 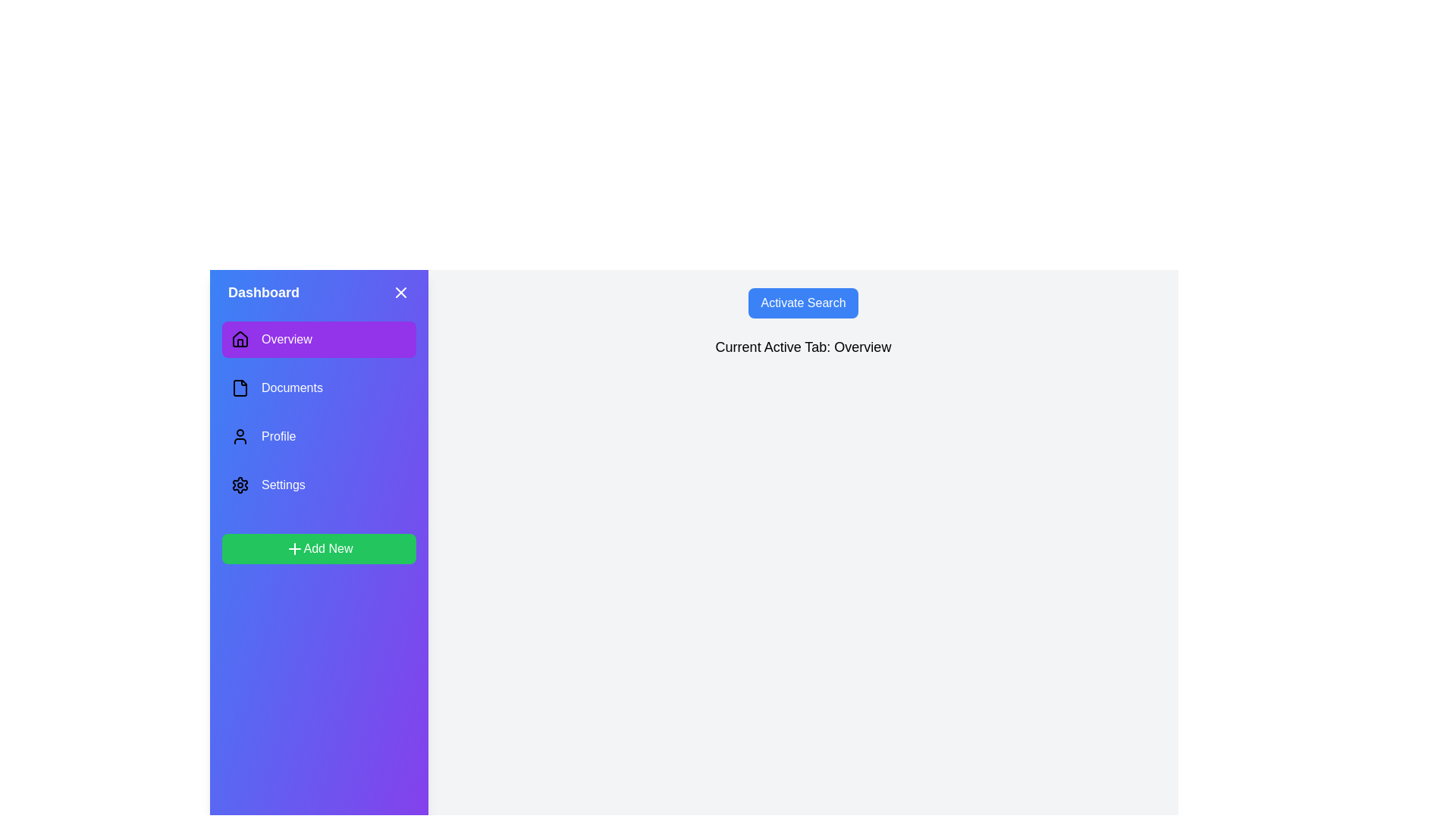 What do you see at coordinates (802, 347) in the screenshot?
I see `the static text label displaying 'Current Active Tab: Overview', which is positioned below the 'Activate Search' button and centrally aligned in the interface` at bounding box center [802, 347].